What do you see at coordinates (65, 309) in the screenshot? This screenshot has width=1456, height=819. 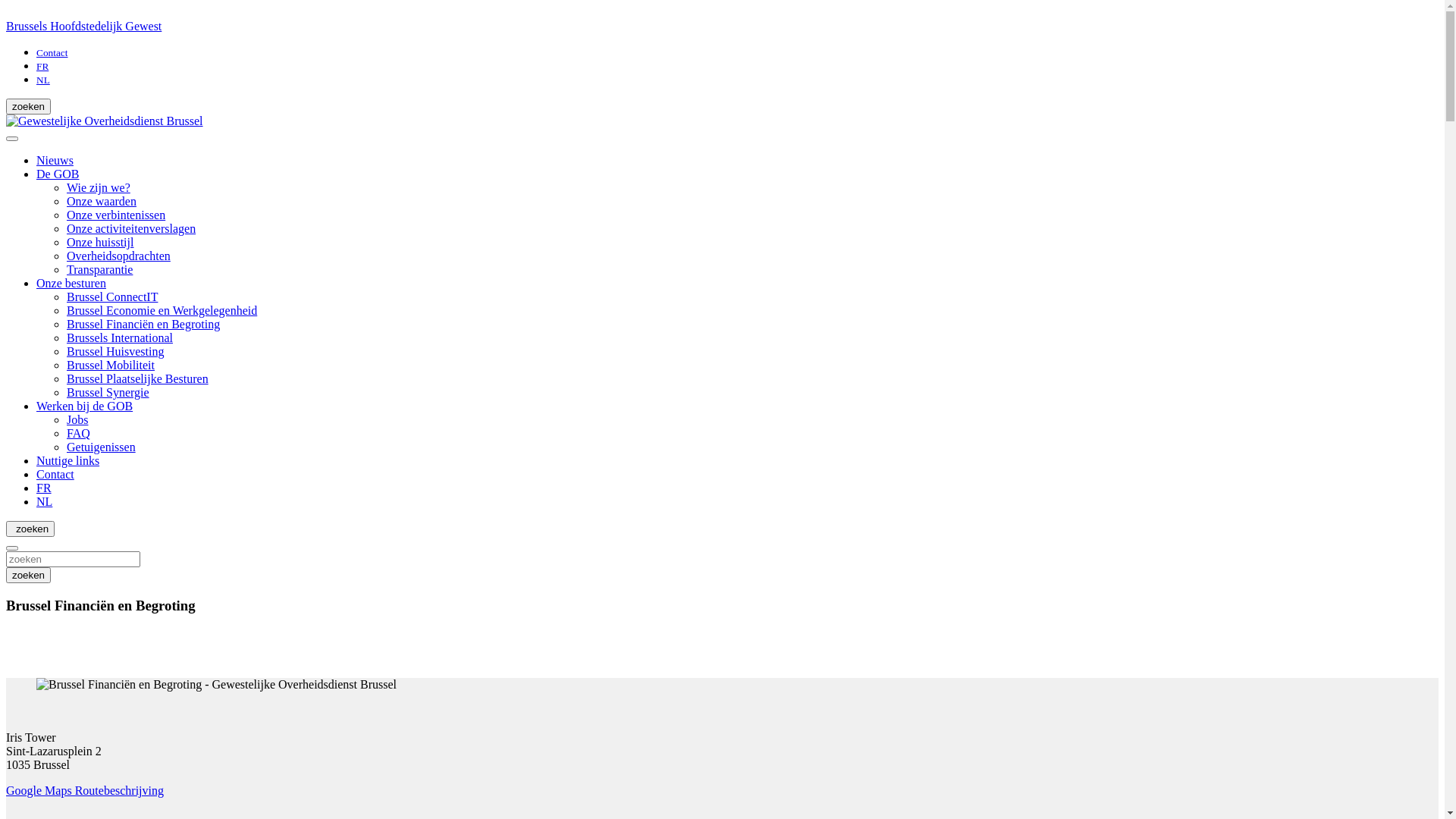 I see `'Brussel Economie en Werkgelegenheid'` at bounding box center [65, 309].